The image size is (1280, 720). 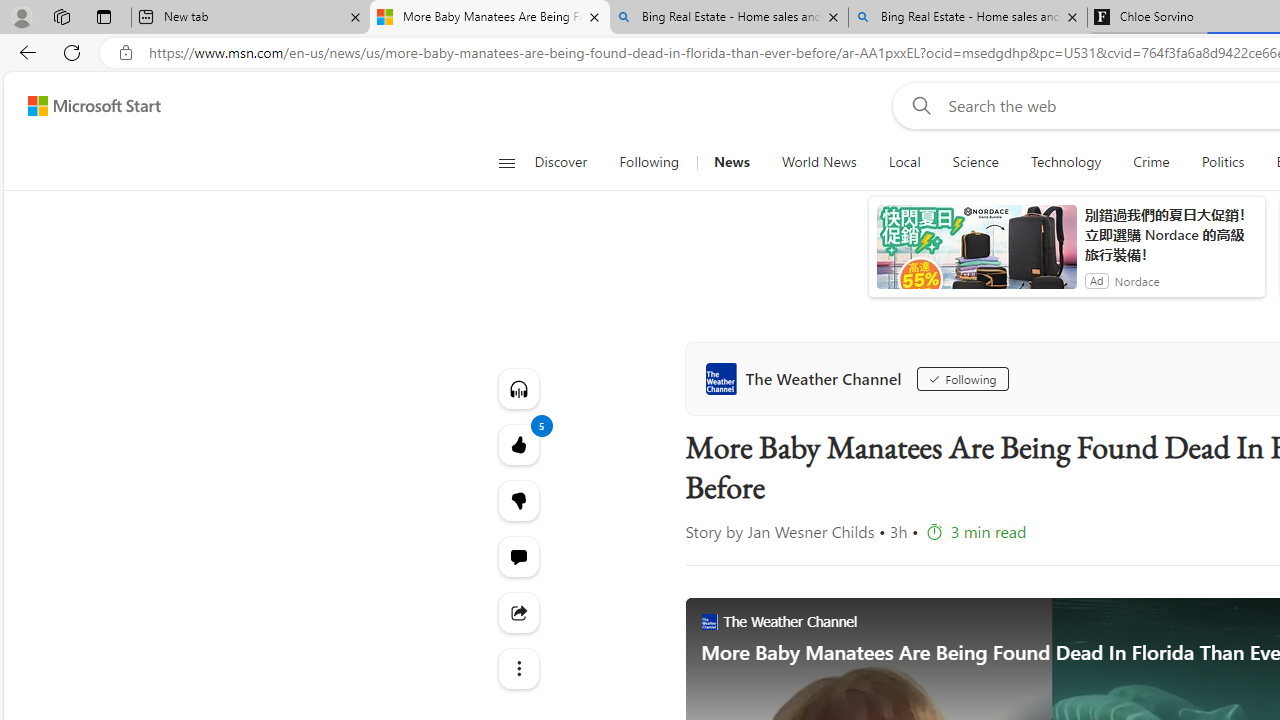 What do you see at coordinates (86, 105) in the screenshot?
I see `'Skip to content'` at bounding box center [86, 105].